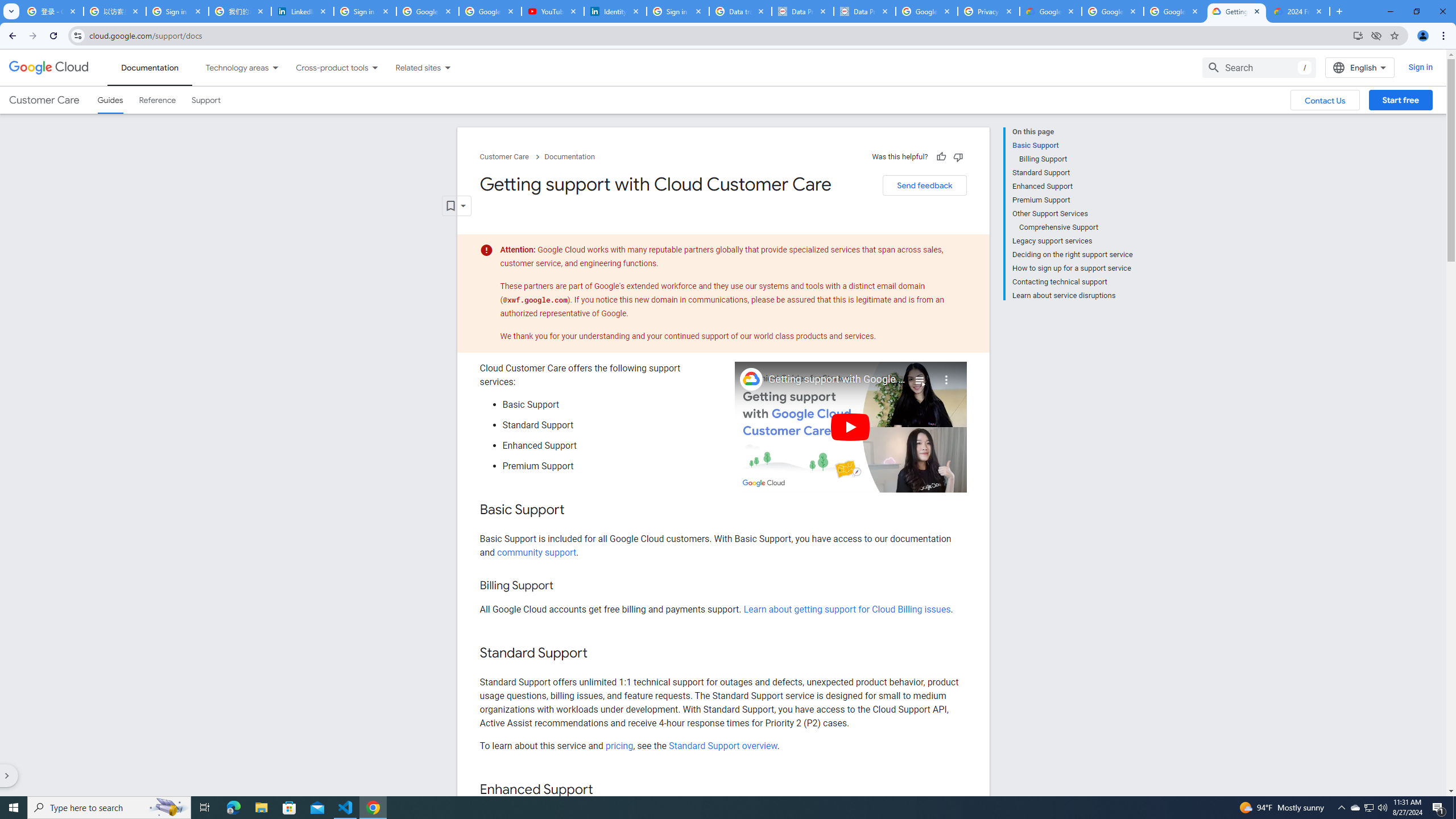 This screenshot has height=819, width=1456. Describe the element at coordinates (1359, 67) in the screenshot. I see `'English'` at that location.